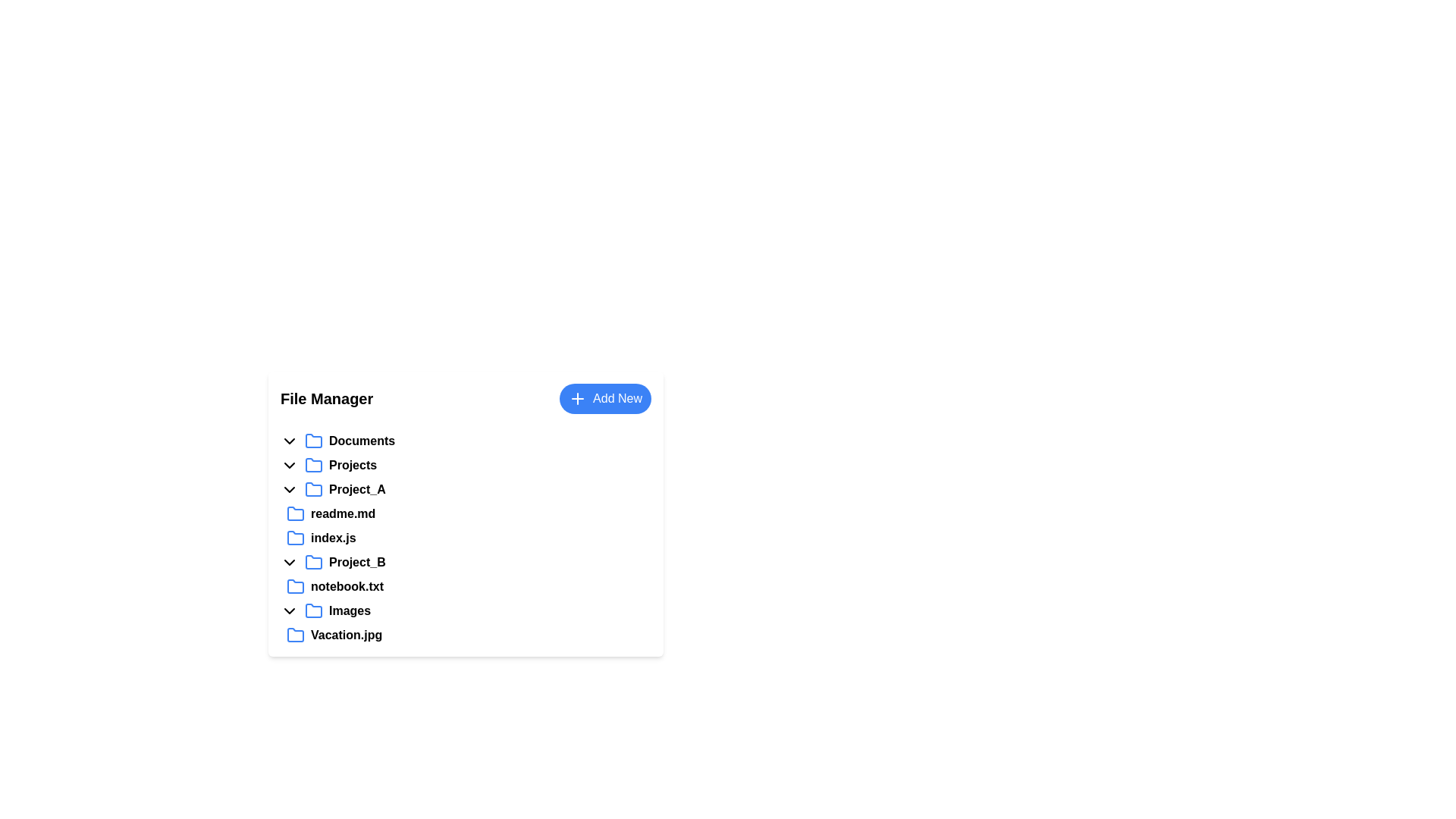  What do you see at coordinates (295, 585) in the screenshot?
I see `the compact, blue, folder-shaped icon representing 'notebook.txt' in the file manager interface` at bounding box center [295, 585].